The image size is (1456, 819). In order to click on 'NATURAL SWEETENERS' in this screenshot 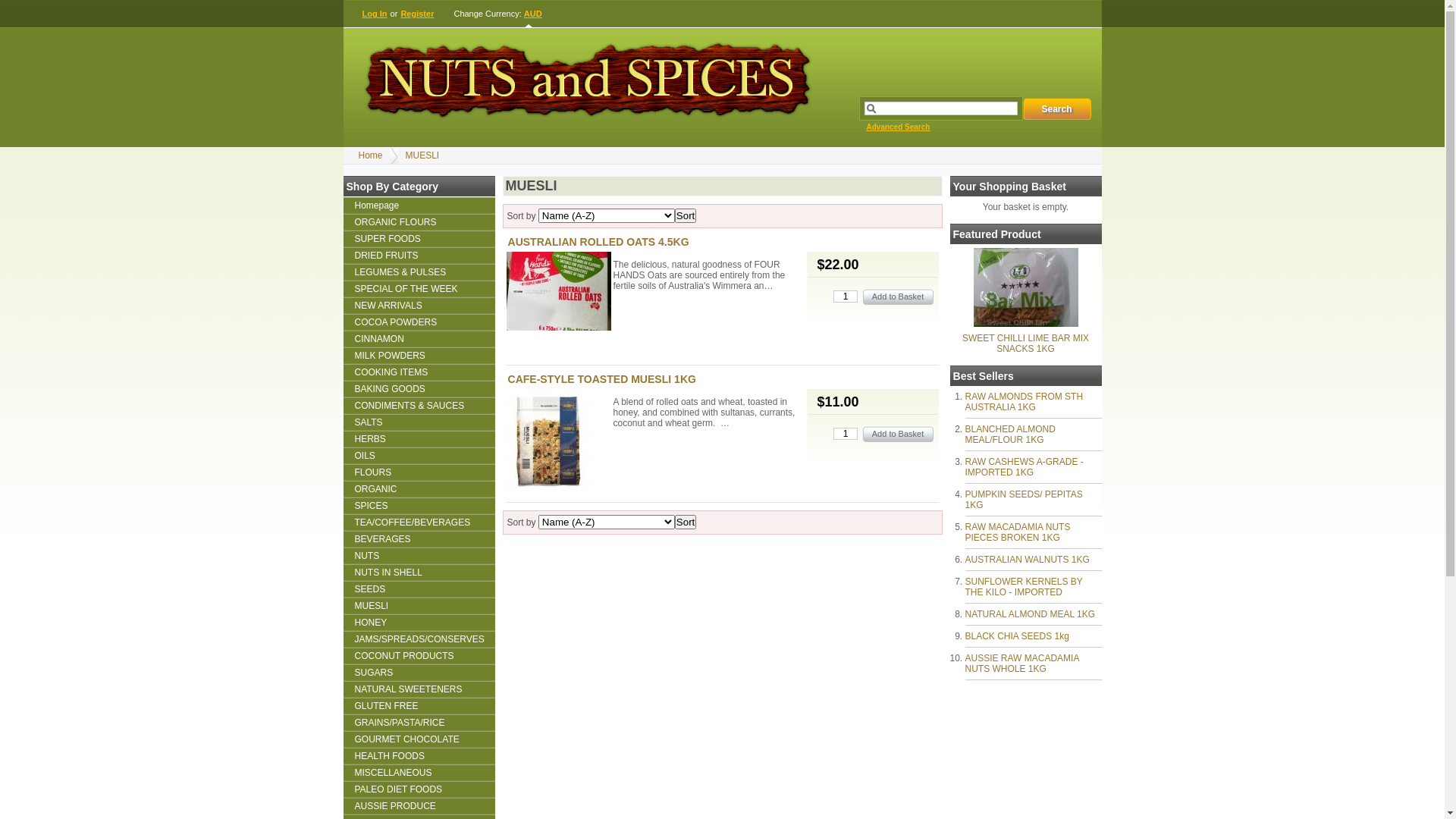, I will do `click(419, 689)`.